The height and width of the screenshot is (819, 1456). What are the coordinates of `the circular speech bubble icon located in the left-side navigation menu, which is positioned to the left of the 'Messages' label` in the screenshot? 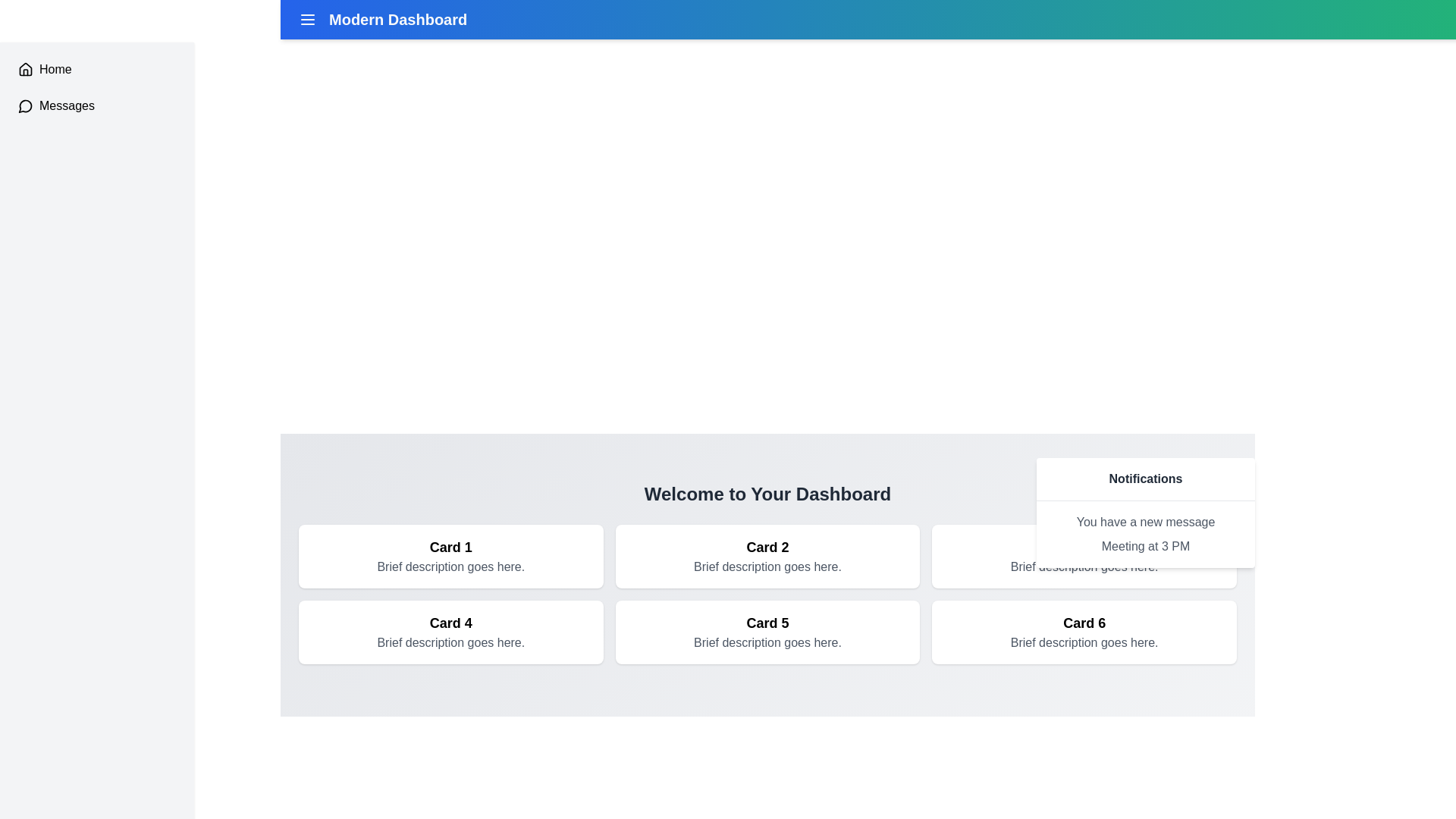 It's located at (25, 105).